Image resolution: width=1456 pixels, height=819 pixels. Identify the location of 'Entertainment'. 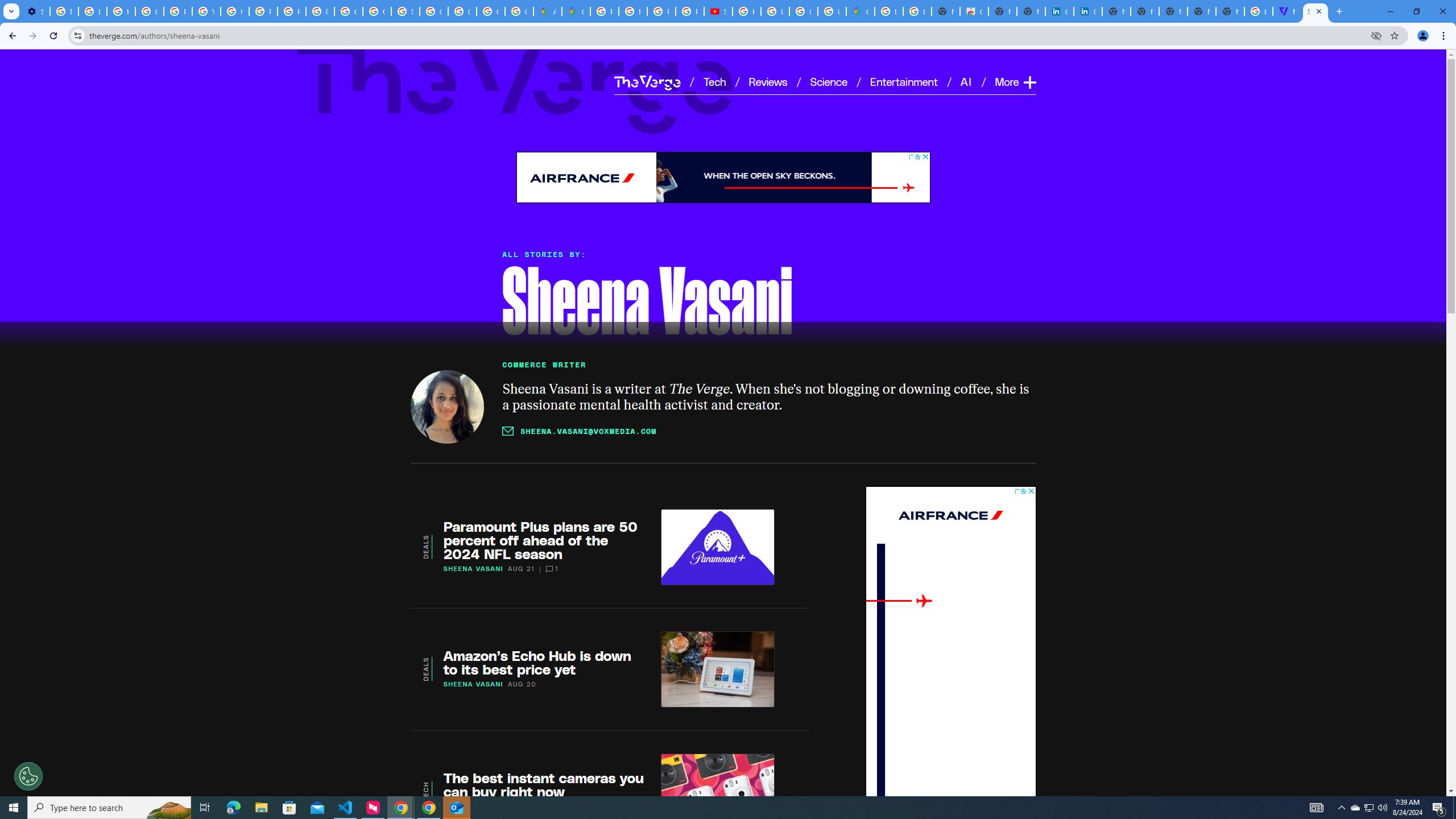
(904, 81).